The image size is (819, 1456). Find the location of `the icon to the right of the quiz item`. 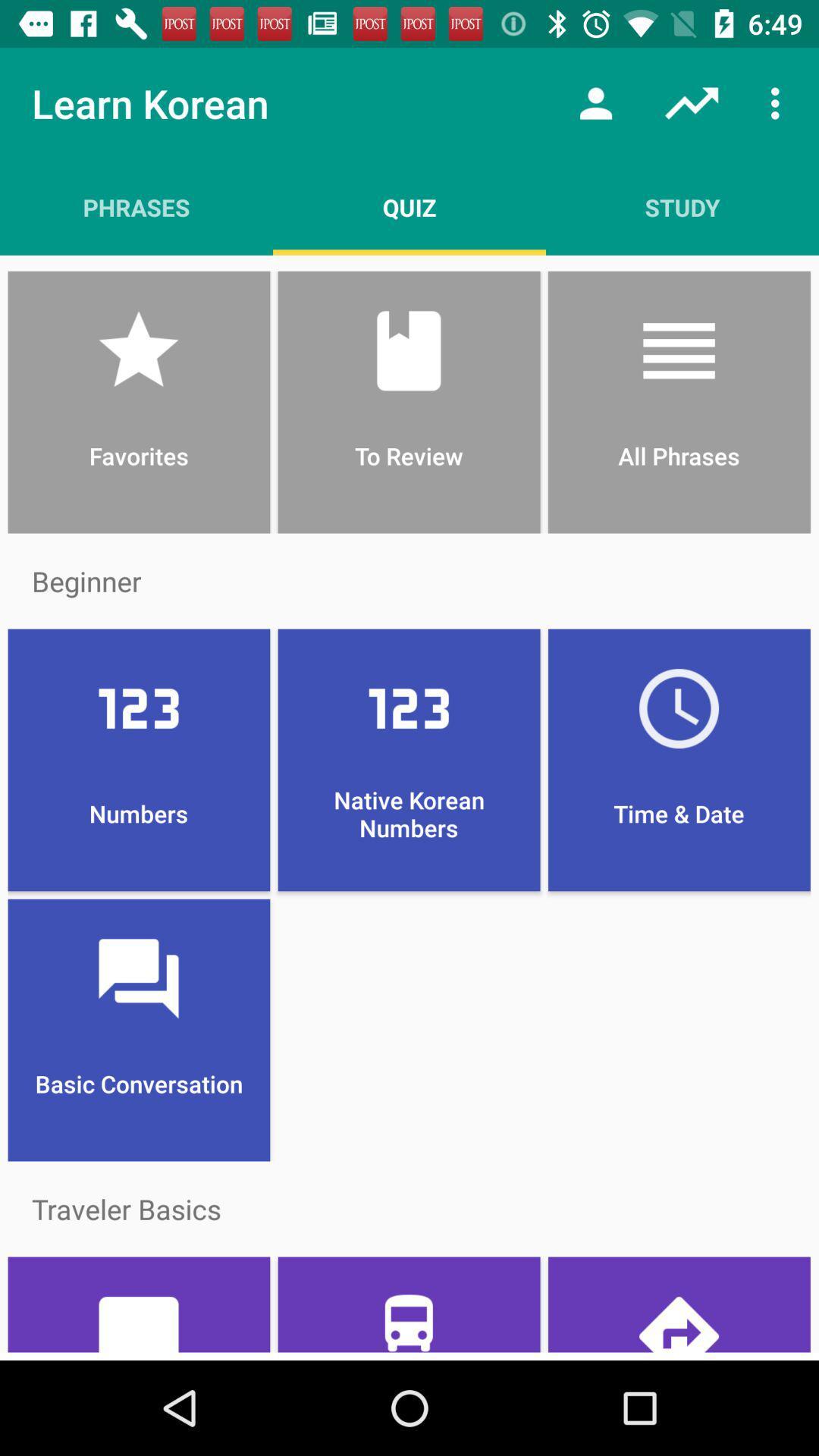

the icon to the right of the quiz item is located at coordinates (681, 206).